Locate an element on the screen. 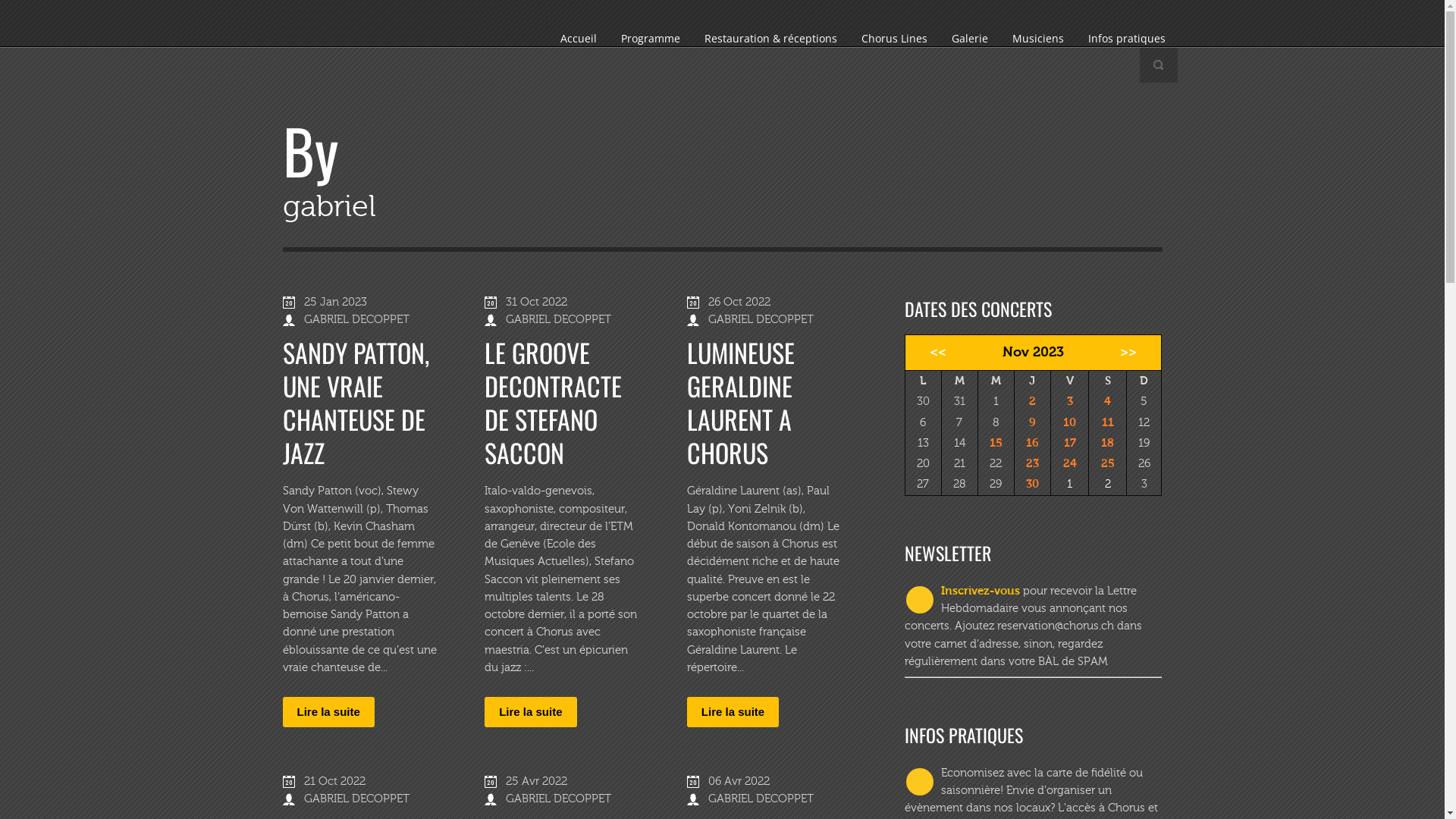  'LUMINEUSE GERALDINE LAURENT A CHORUS' is located at coordinates (741, 400).